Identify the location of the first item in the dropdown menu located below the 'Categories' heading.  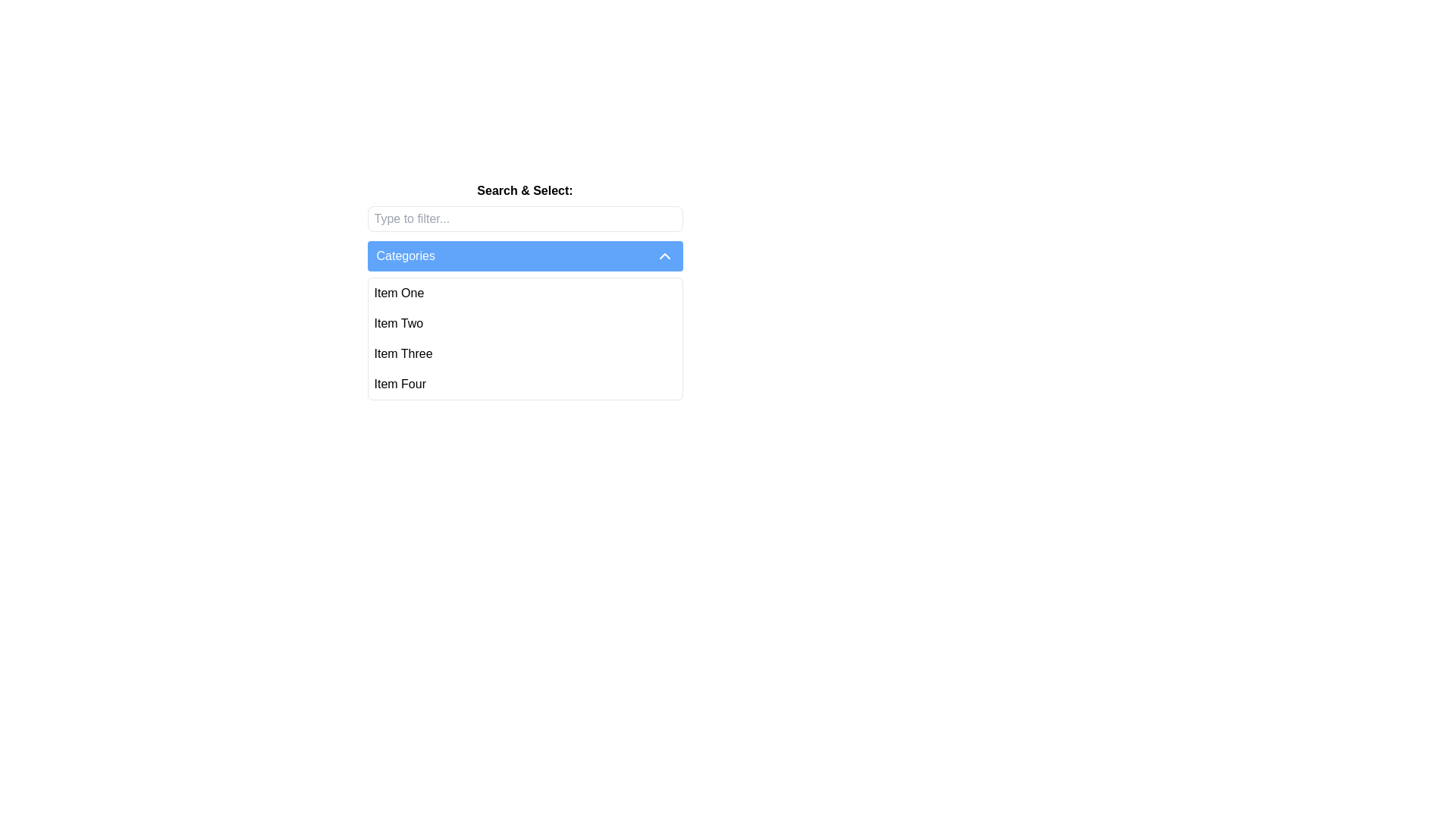
(399, 293).